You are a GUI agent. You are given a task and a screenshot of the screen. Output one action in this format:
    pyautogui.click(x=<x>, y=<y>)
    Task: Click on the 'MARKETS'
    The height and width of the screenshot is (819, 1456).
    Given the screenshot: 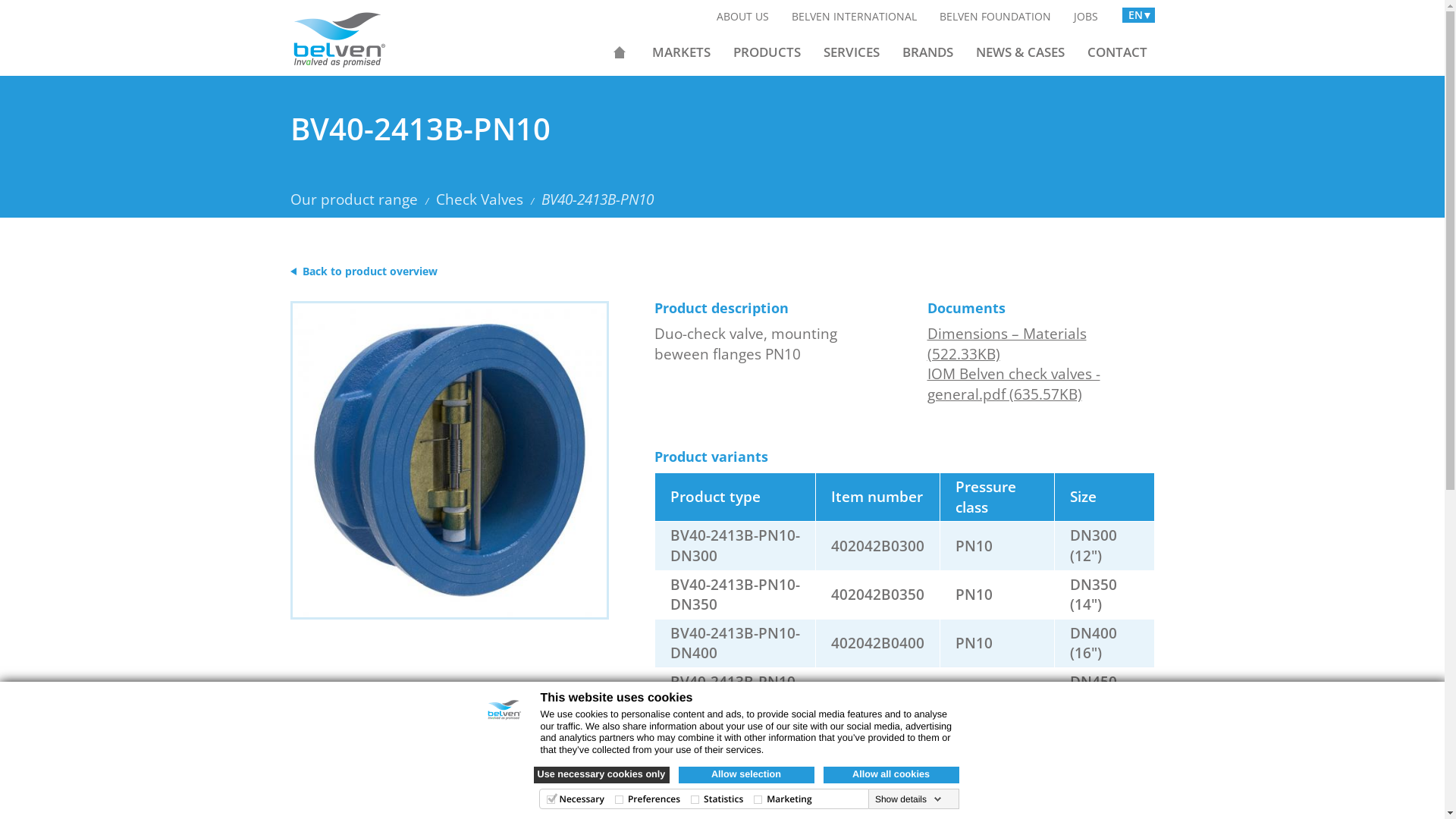 What is the action you would take?
    pyautogui.click(x=680, y=51)
    